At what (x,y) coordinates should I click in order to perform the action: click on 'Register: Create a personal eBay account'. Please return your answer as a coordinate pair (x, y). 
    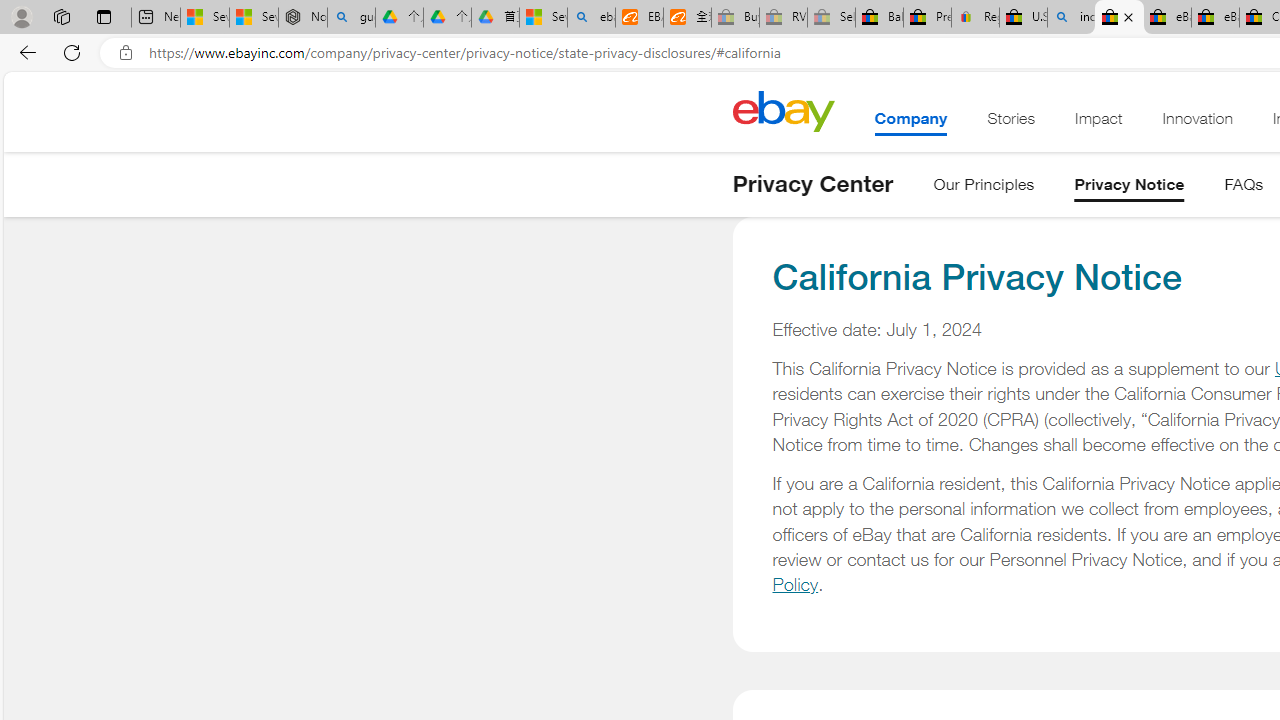
    Looking at the image, I should click on (976, 17).